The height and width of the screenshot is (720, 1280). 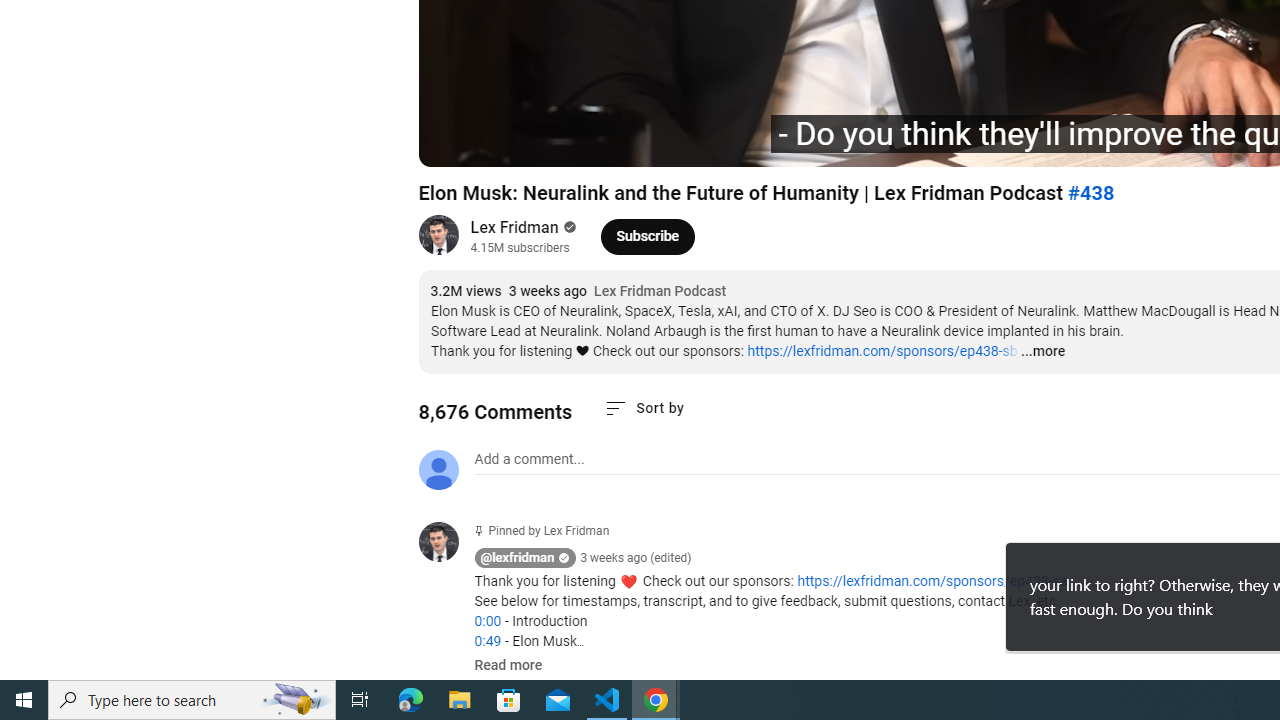 What do you see at coordinates (881, 350) in the screenshot?
I see `'https://lexfridman.com/sponsors/ep438-sb'` at bounding box center [881, 350].